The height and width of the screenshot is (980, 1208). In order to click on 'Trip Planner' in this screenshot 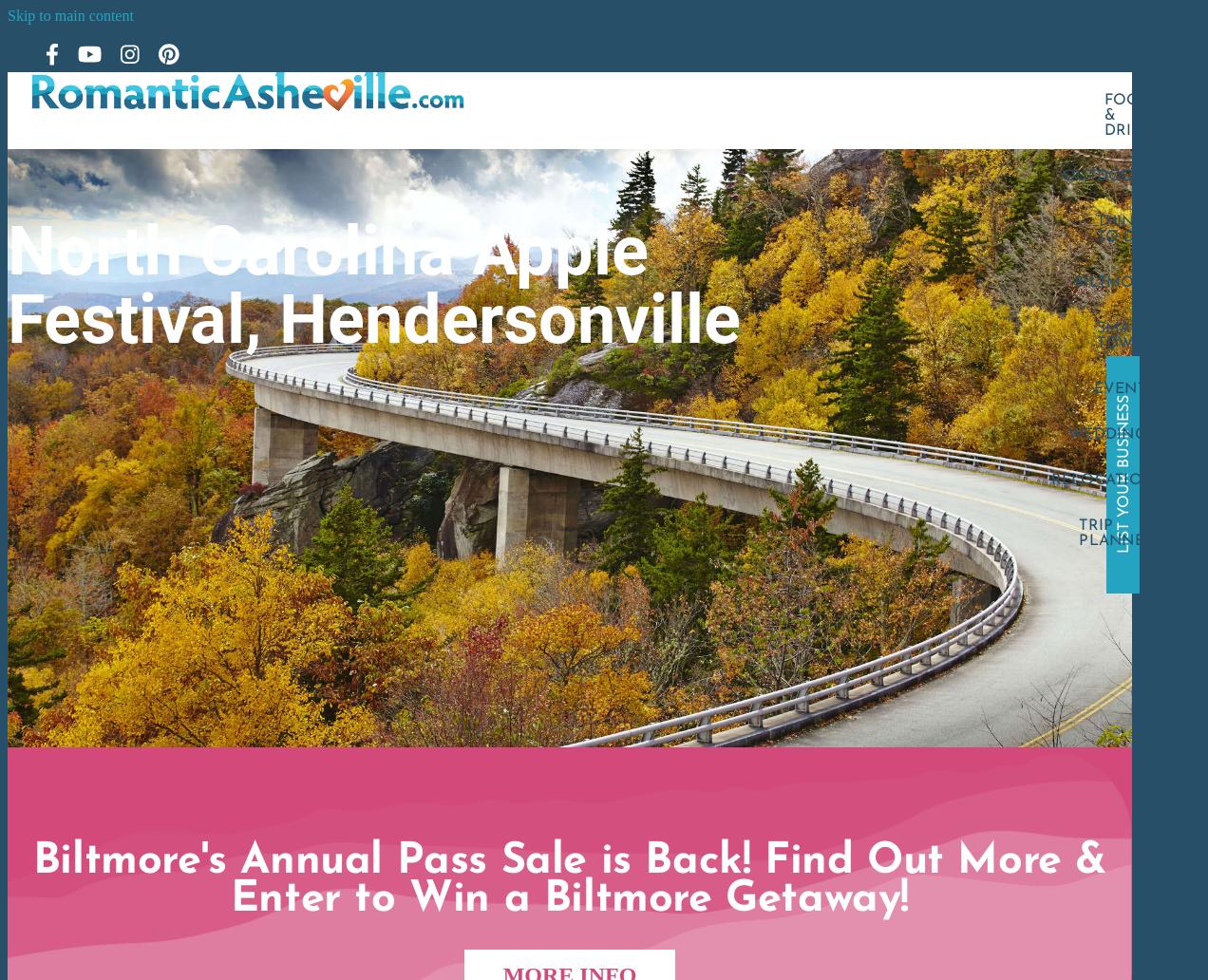, I will do `click(1079, 532)`.